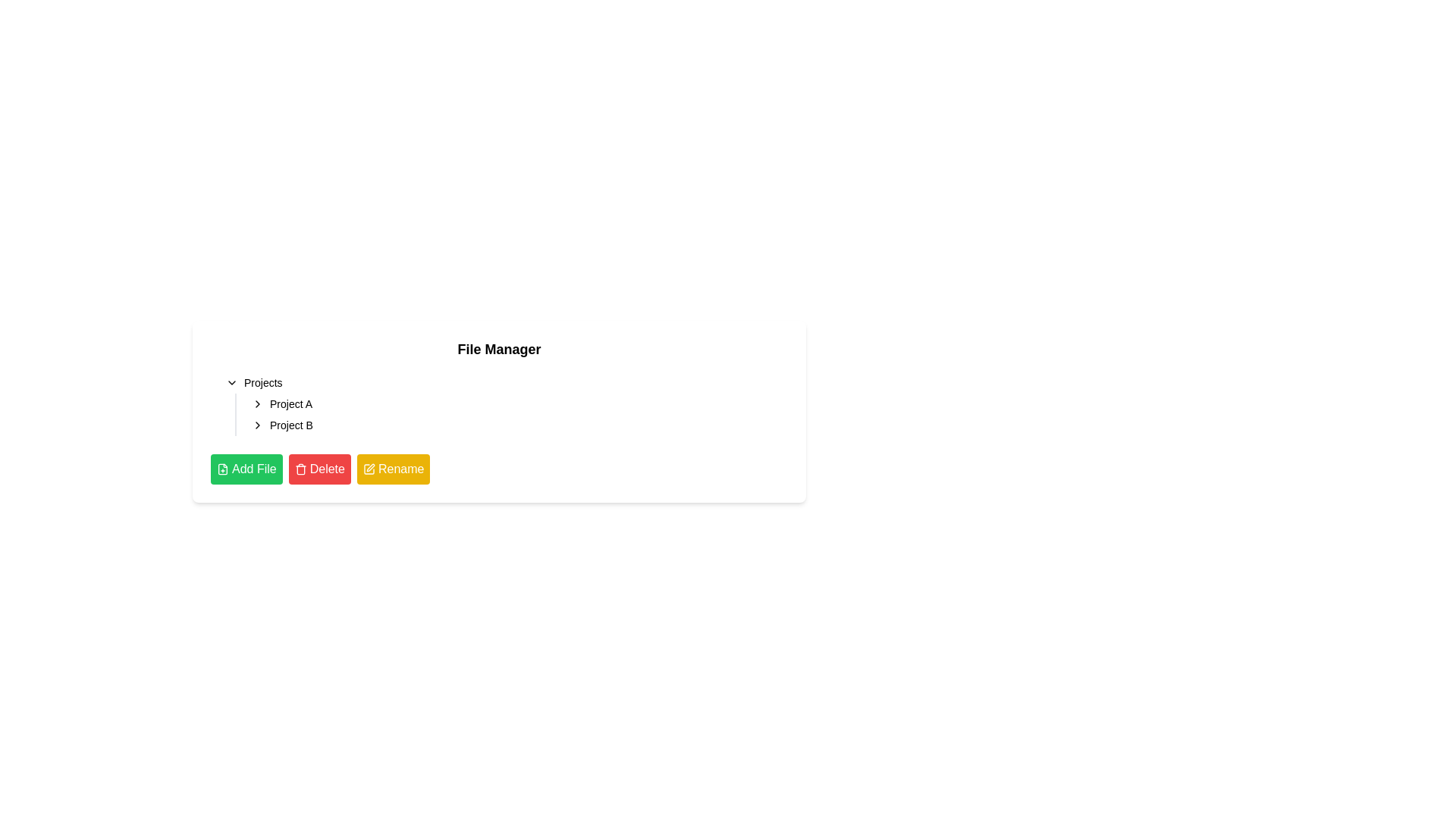  Describe the element at coordinates (394, 468) in the screenshot. I see `the rename button located at the bottom center of the 'File Manager' card` at that location.